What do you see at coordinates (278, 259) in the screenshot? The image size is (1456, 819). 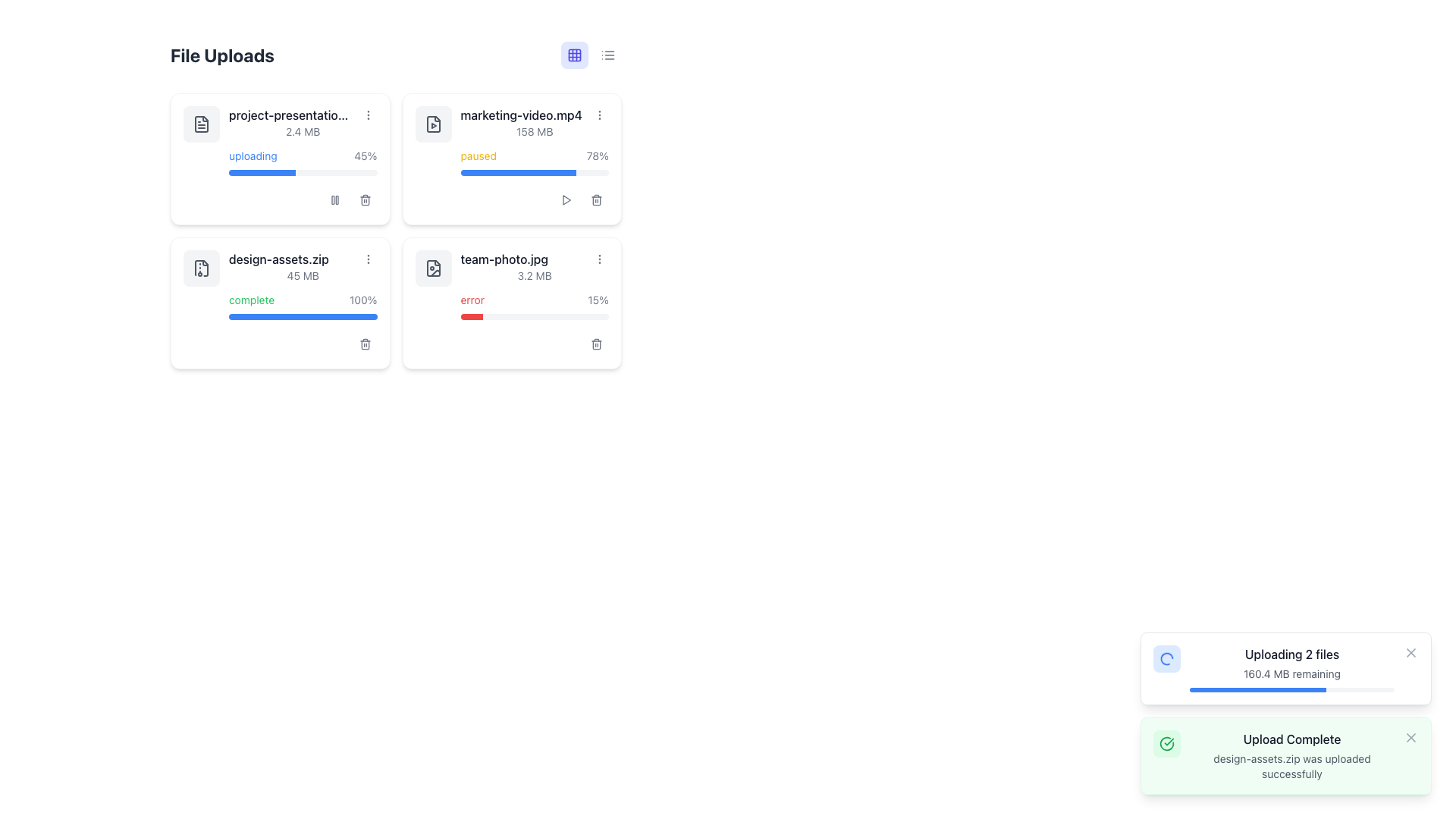 I see `the text label displaying the file name 'design-assets.zip', which is styled in bold gray font and is part of a grid layout in the bottom-left quadrant` at bounding box center [278, 259].